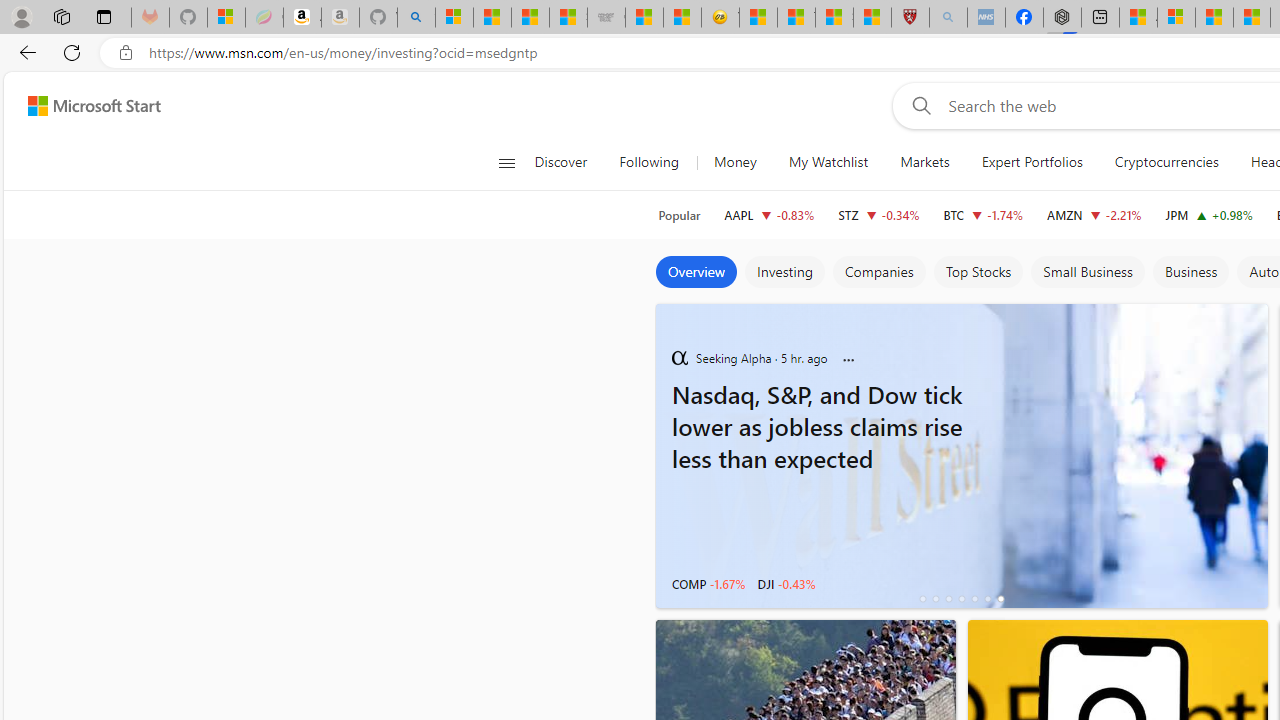 This screenshot has width=1280, height=720. What do you see at coordinates (733, 162) in the screenshot?
I see `'Money'` at bounding box center [733, 162].